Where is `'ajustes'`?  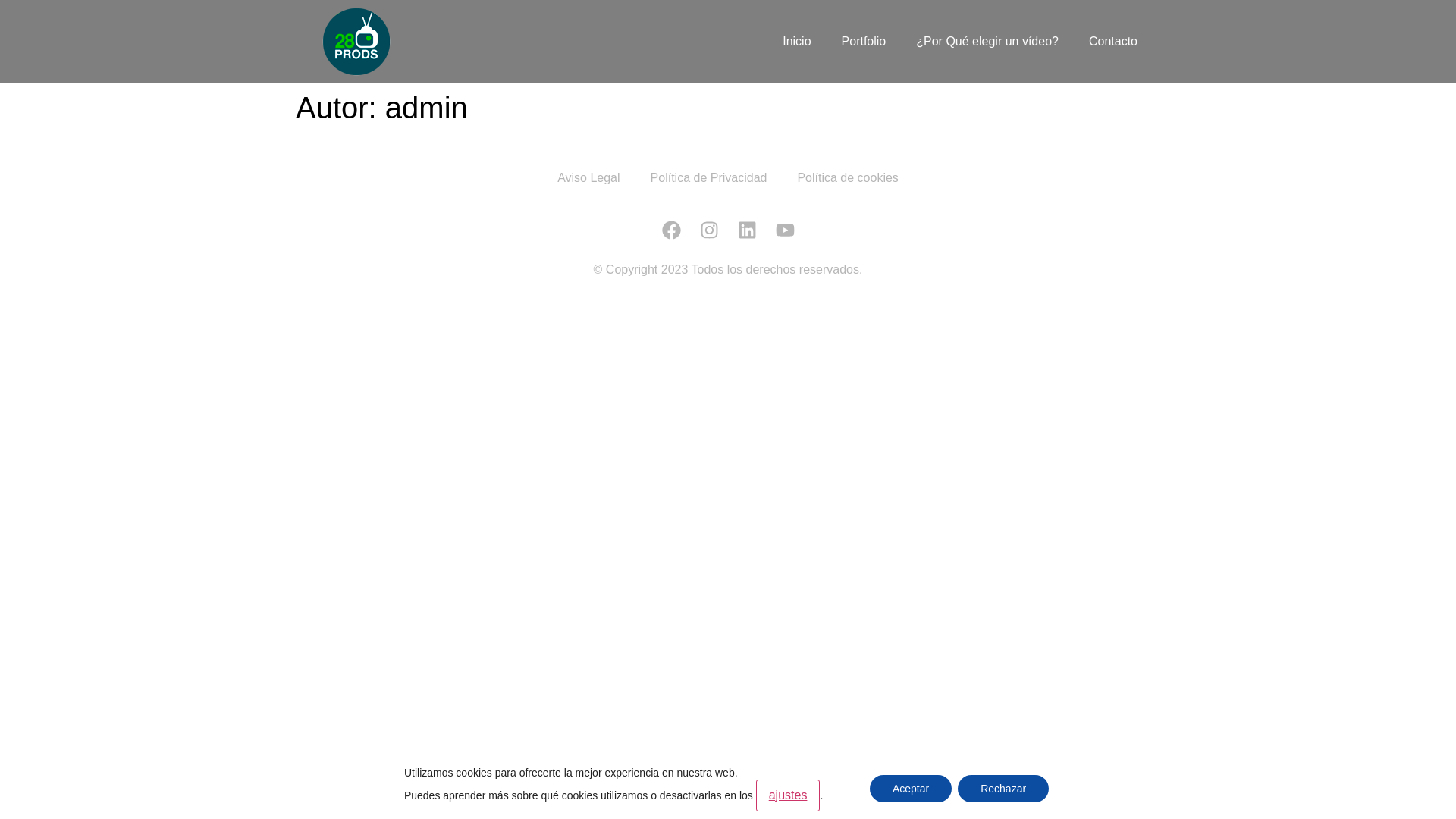
'ajustes' is located at coordinates (788, 795).